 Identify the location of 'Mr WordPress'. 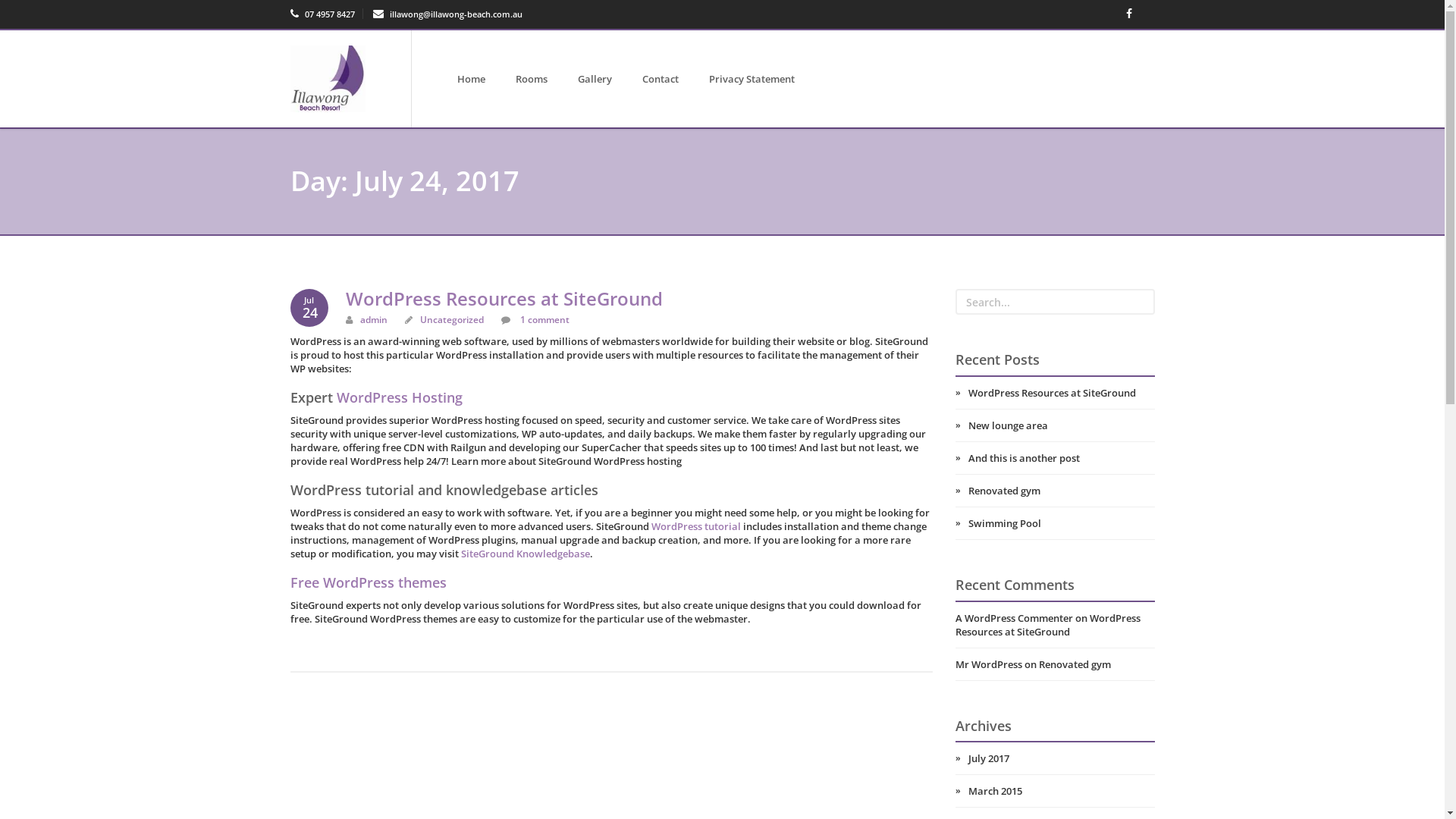
(989, 663).